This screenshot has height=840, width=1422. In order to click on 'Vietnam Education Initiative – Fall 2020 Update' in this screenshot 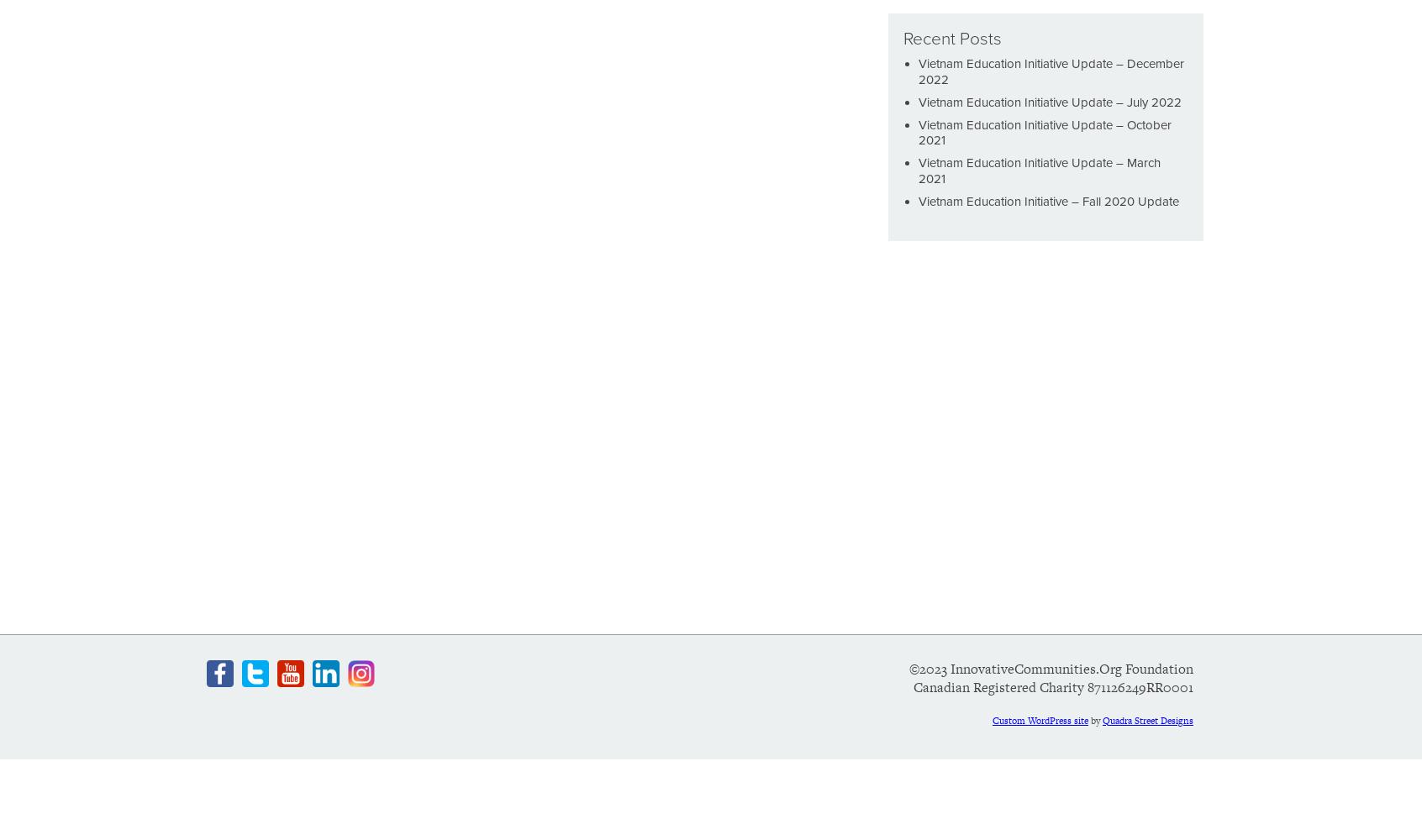, I will do `click(1049, 200)`.